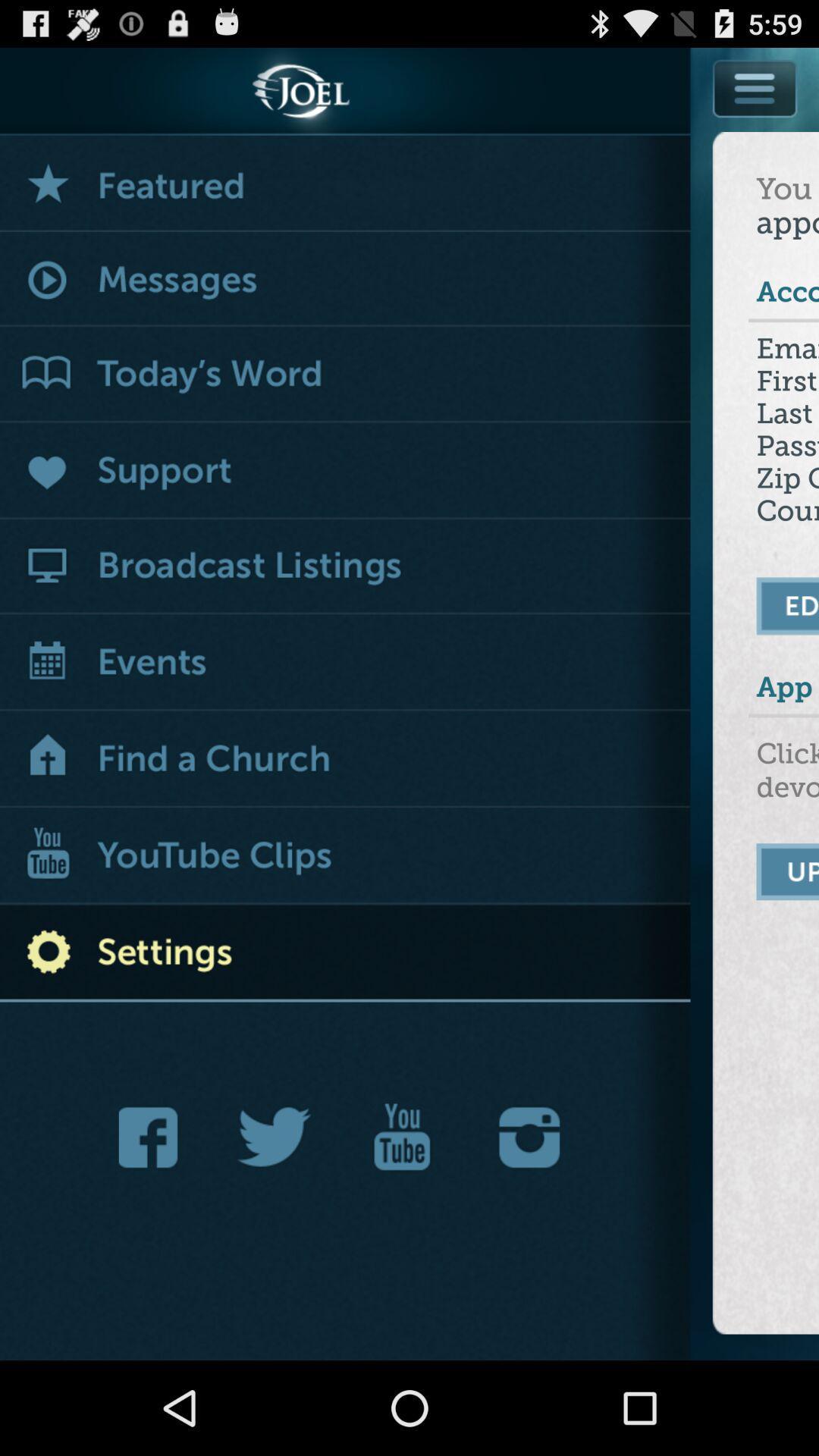 The height and width of the screenshot is (1456, 819). What do you see at coordinates (345, 183) in the screenshot?
I see `featured` at bounding box center [345, 183].